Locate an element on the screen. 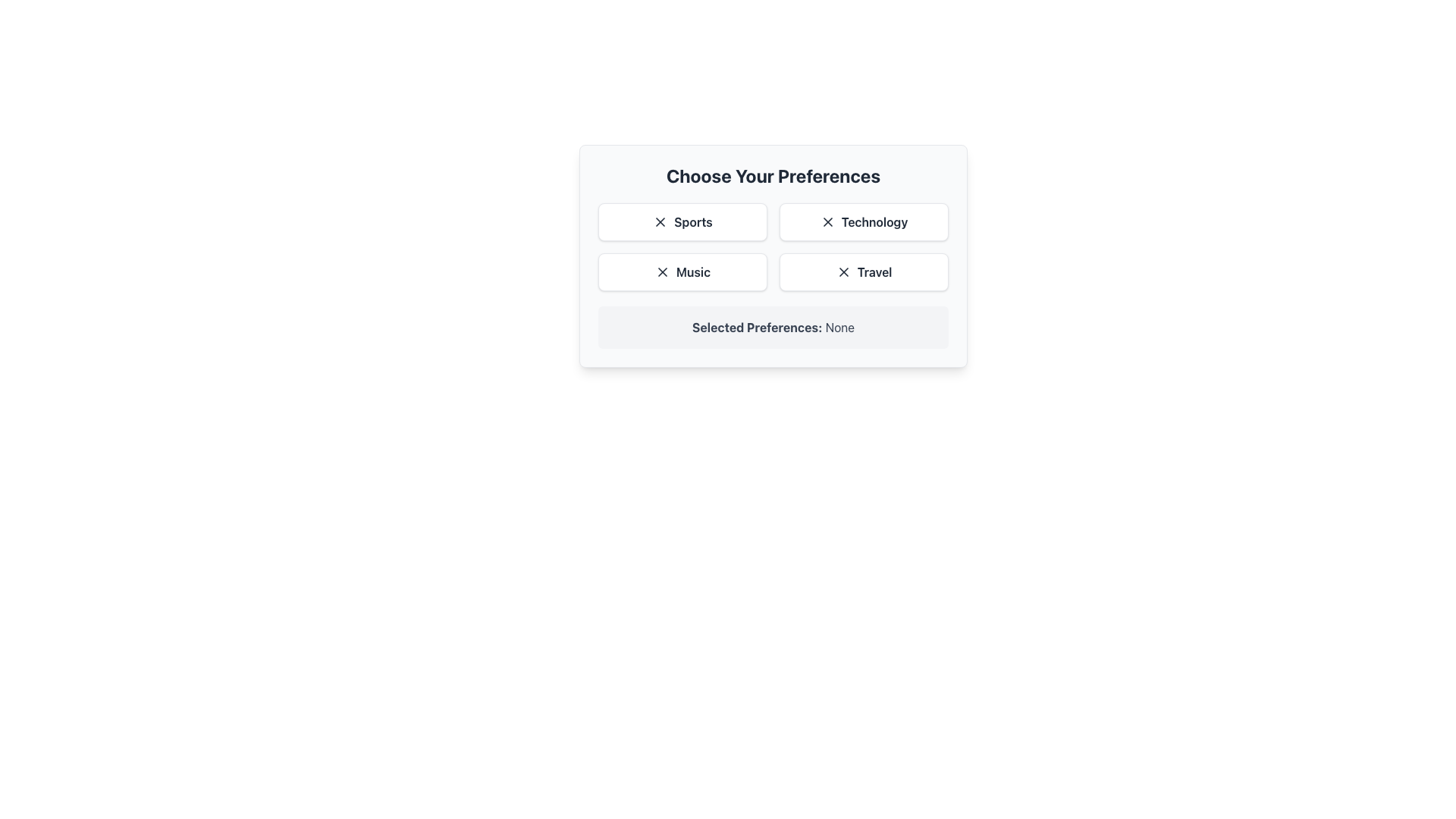 Image resolution: width=1456 pixels, height=819 pixels. the white 'X' icon located at the top-left corner of the 'Sports' button in the 'Choose Your Preferences' section to clear the selection is located at coordinates (661, 222).